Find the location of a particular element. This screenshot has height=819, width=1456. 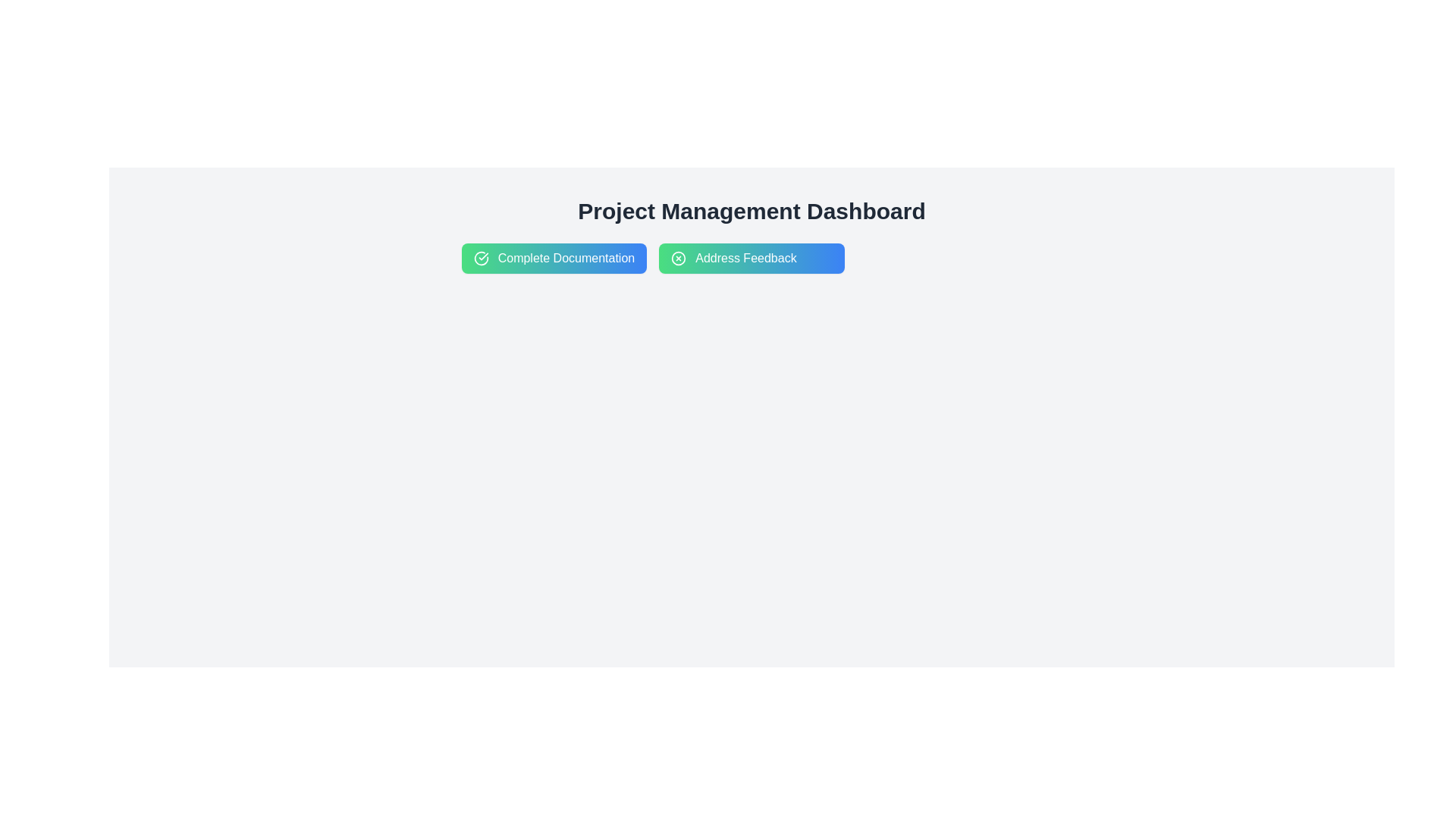

the second task chip labeled 'Address Feedback' is located at coordinates (752, 257).